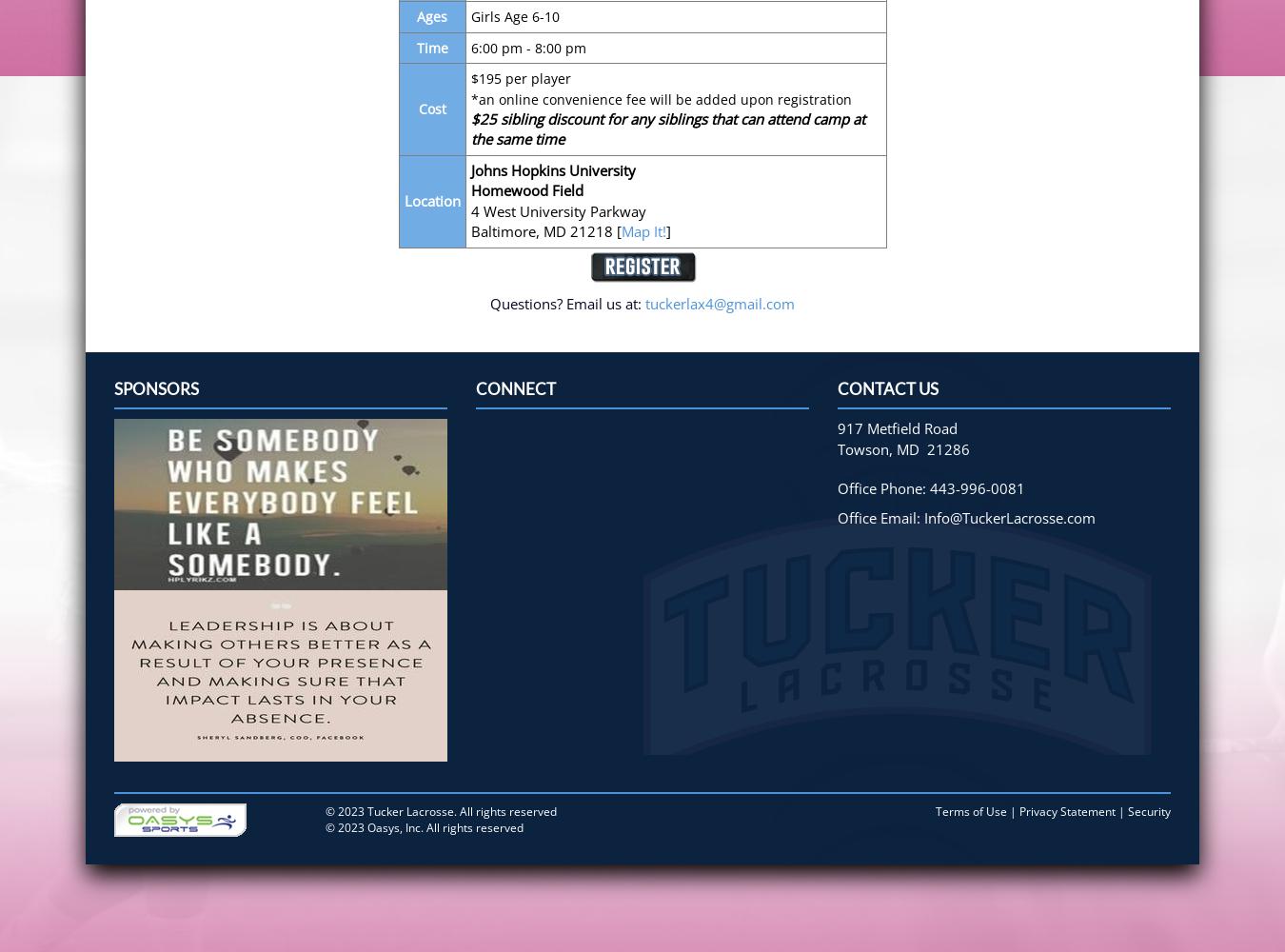 The height and width of the screenshot is (952, 1285). What do you see at coordinates (719, 302) in the screenshot?
I see `'tuckerlax4@gmail.com'` at bounding box center [719, 302].